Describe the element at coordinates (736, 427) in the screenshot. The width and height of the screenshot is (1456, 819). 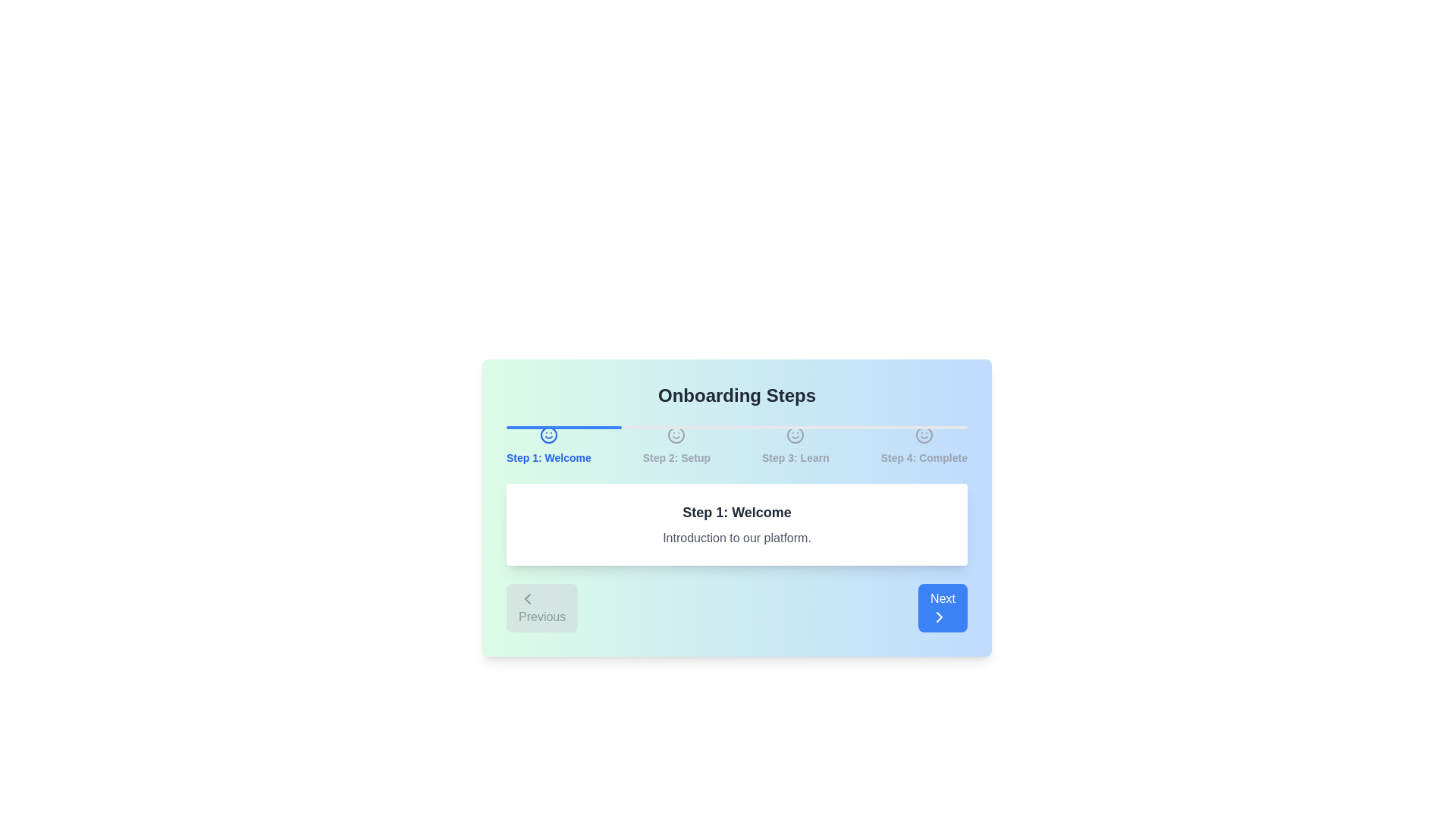
I see `the progress bar background located at the top part of the onboarding steps interface, which serves as a visual cue for the user to assess the progression state` at that location.